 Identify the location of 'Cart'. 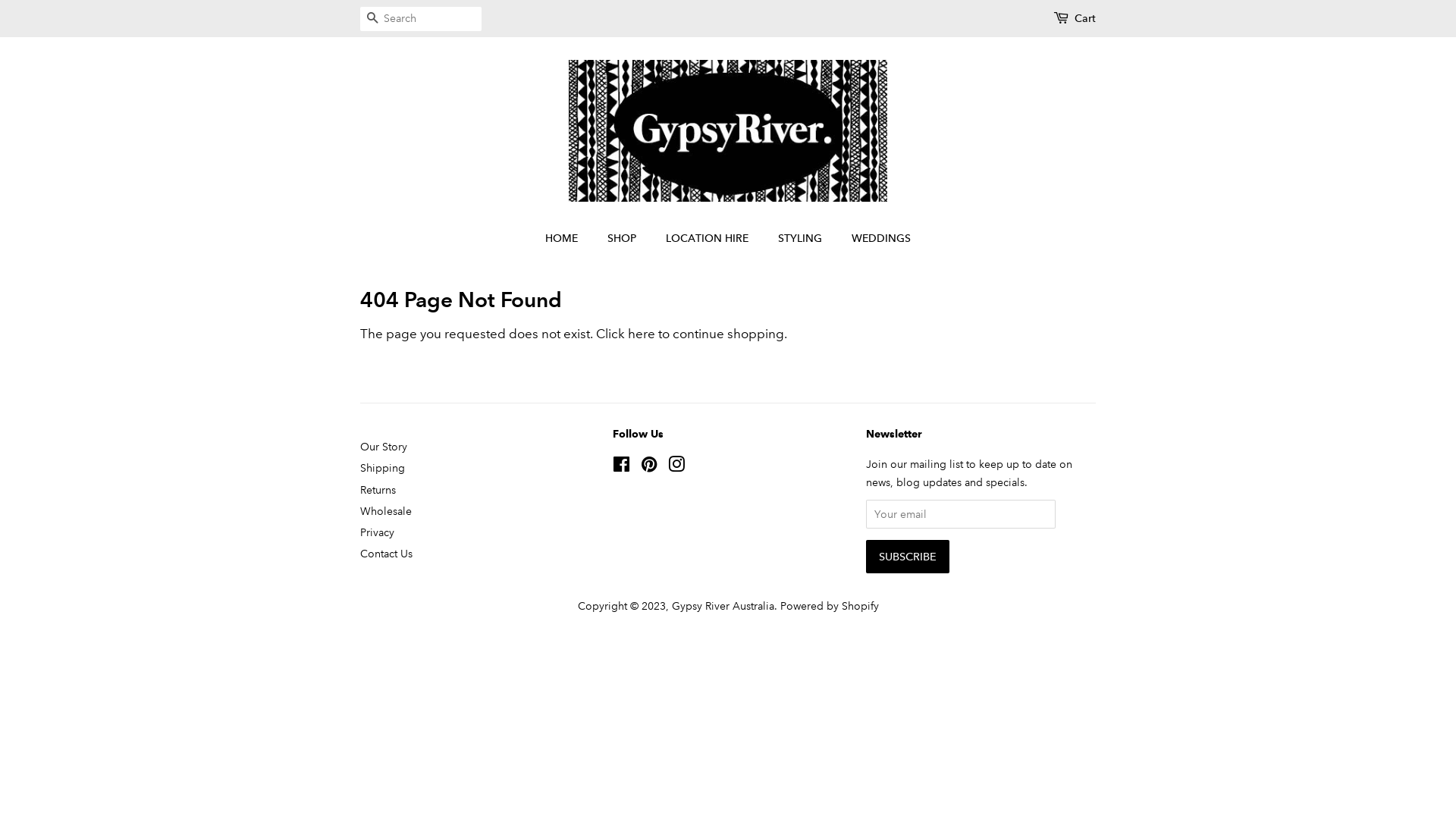
(1084, 18).